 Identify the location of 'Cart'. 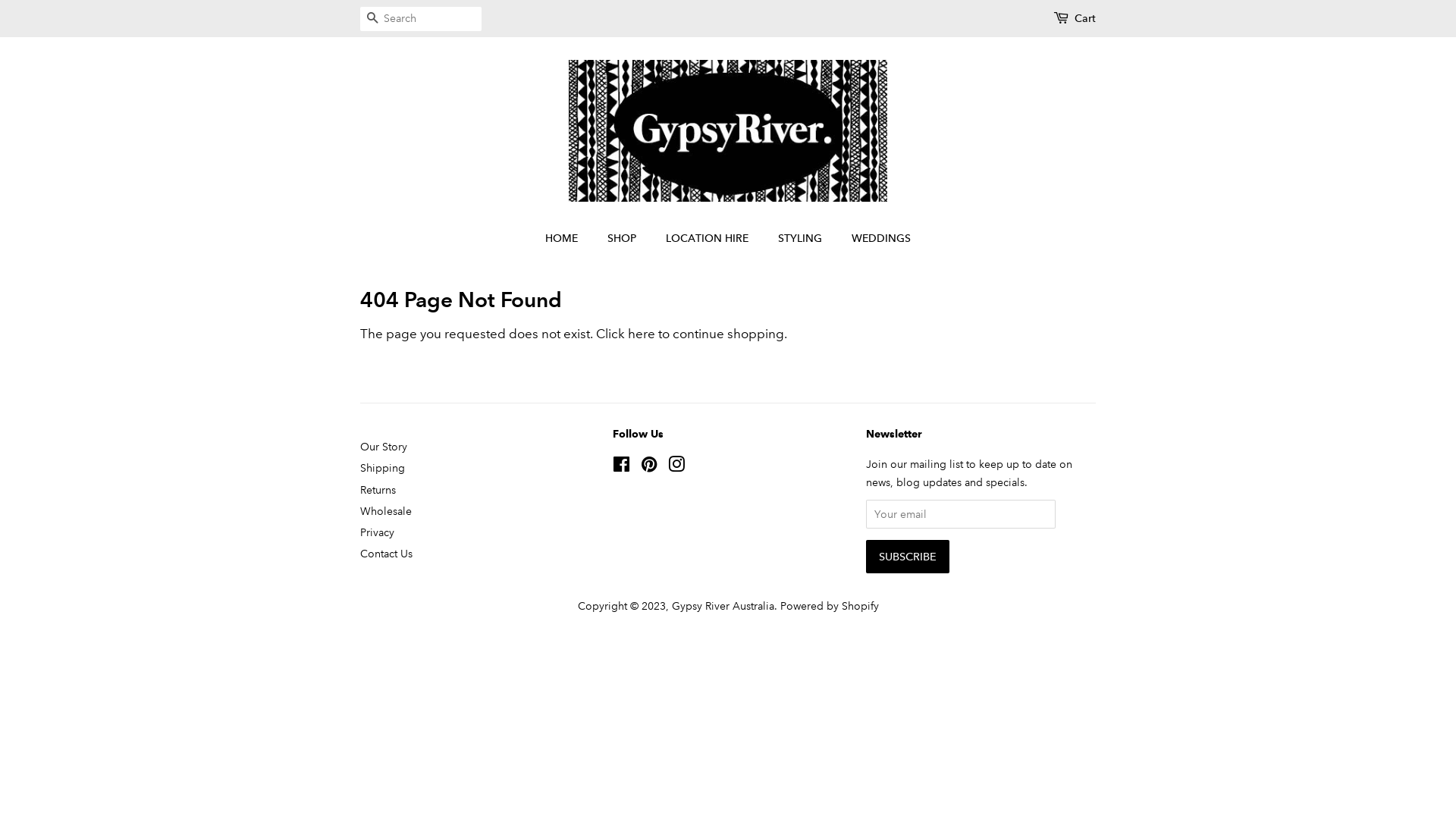
(1084, 18).